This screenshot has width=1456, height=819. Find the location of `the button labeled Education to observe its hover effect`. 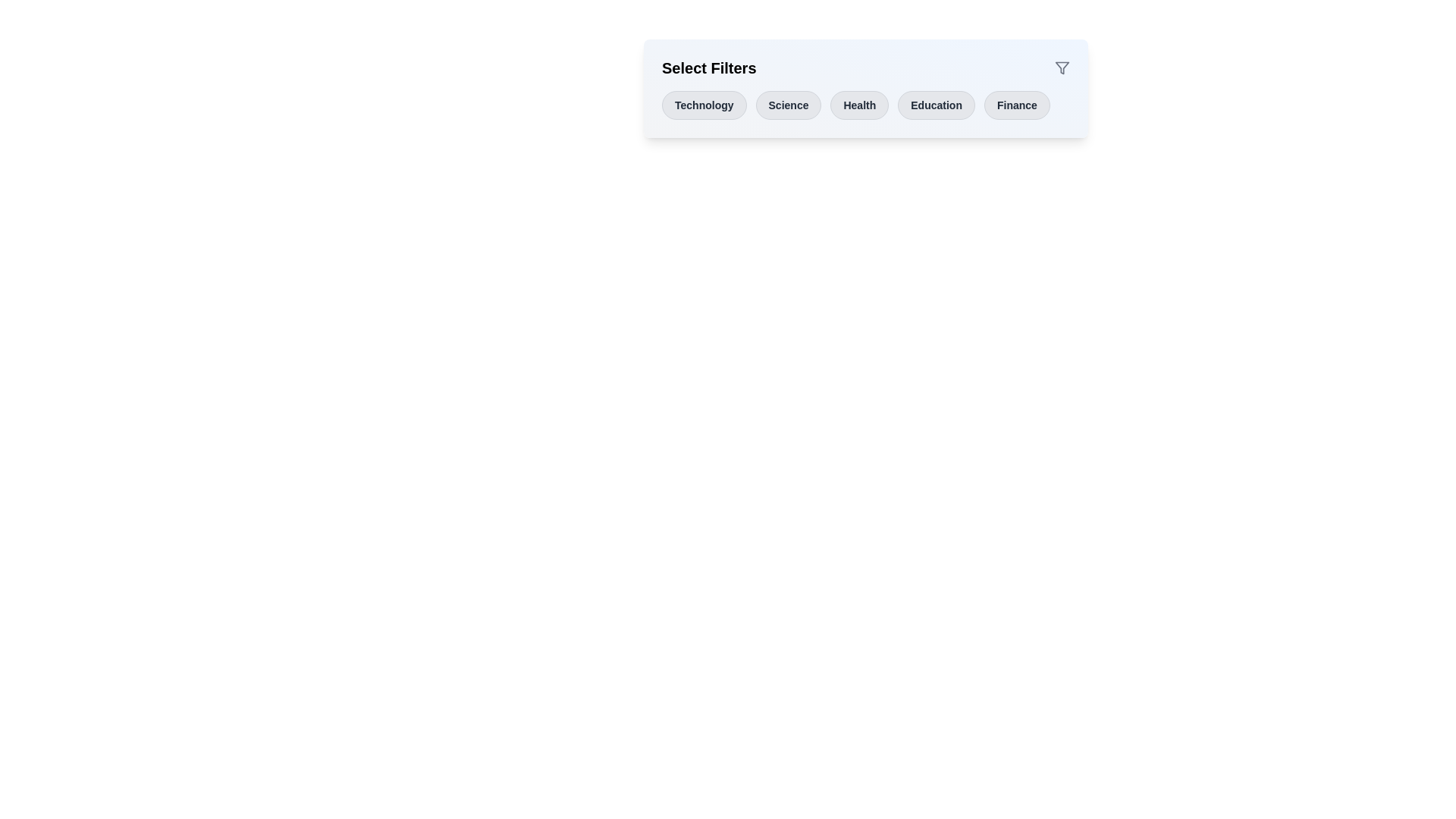

the button labeled Education to observe its hover effect is located at coordinates (936, 104).